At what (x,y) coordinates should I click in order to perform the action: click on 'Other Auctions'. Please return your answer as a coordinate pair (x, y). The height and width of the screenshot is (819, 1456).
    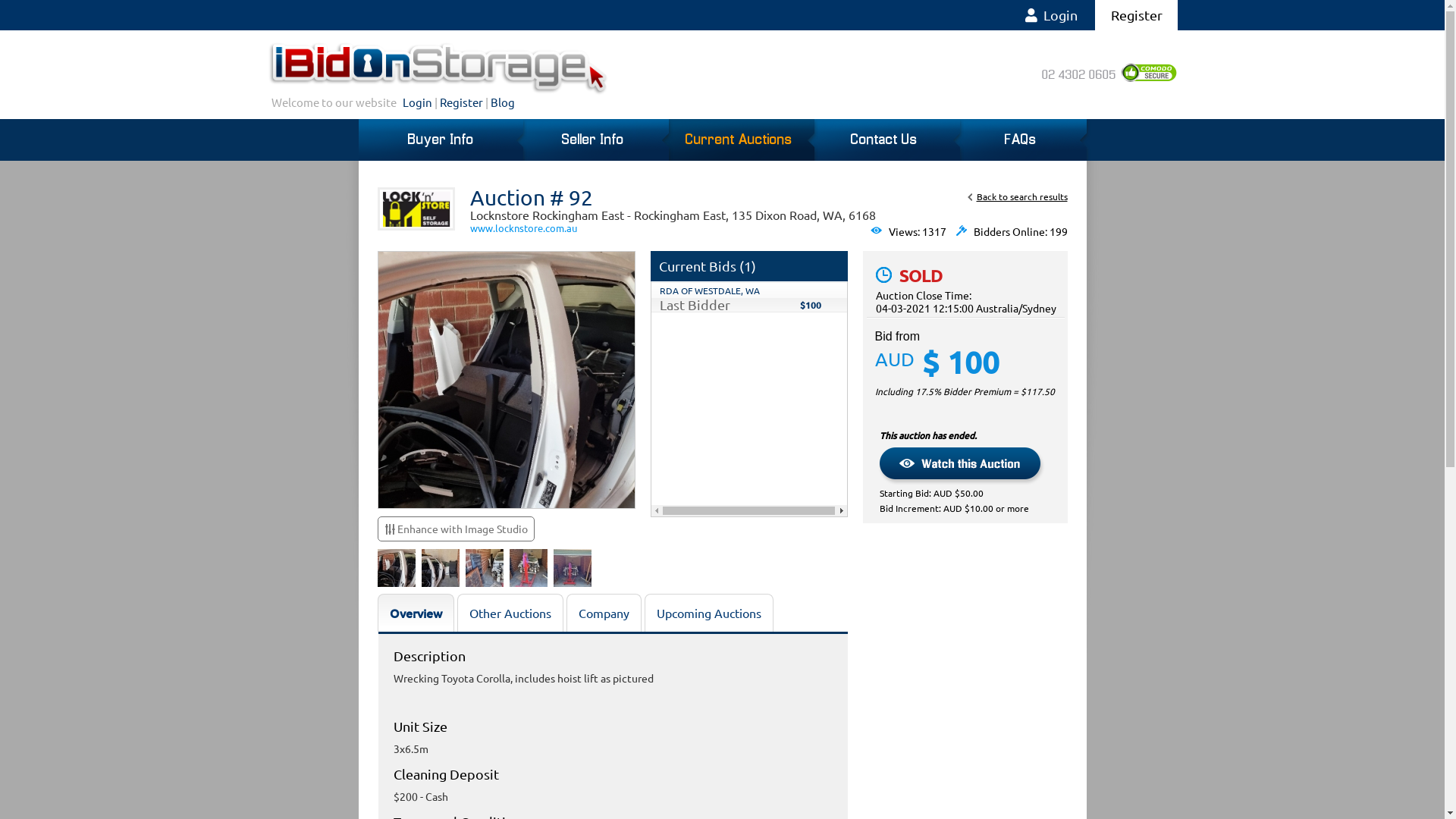
    Looking at the image, I should click on (510, 611).